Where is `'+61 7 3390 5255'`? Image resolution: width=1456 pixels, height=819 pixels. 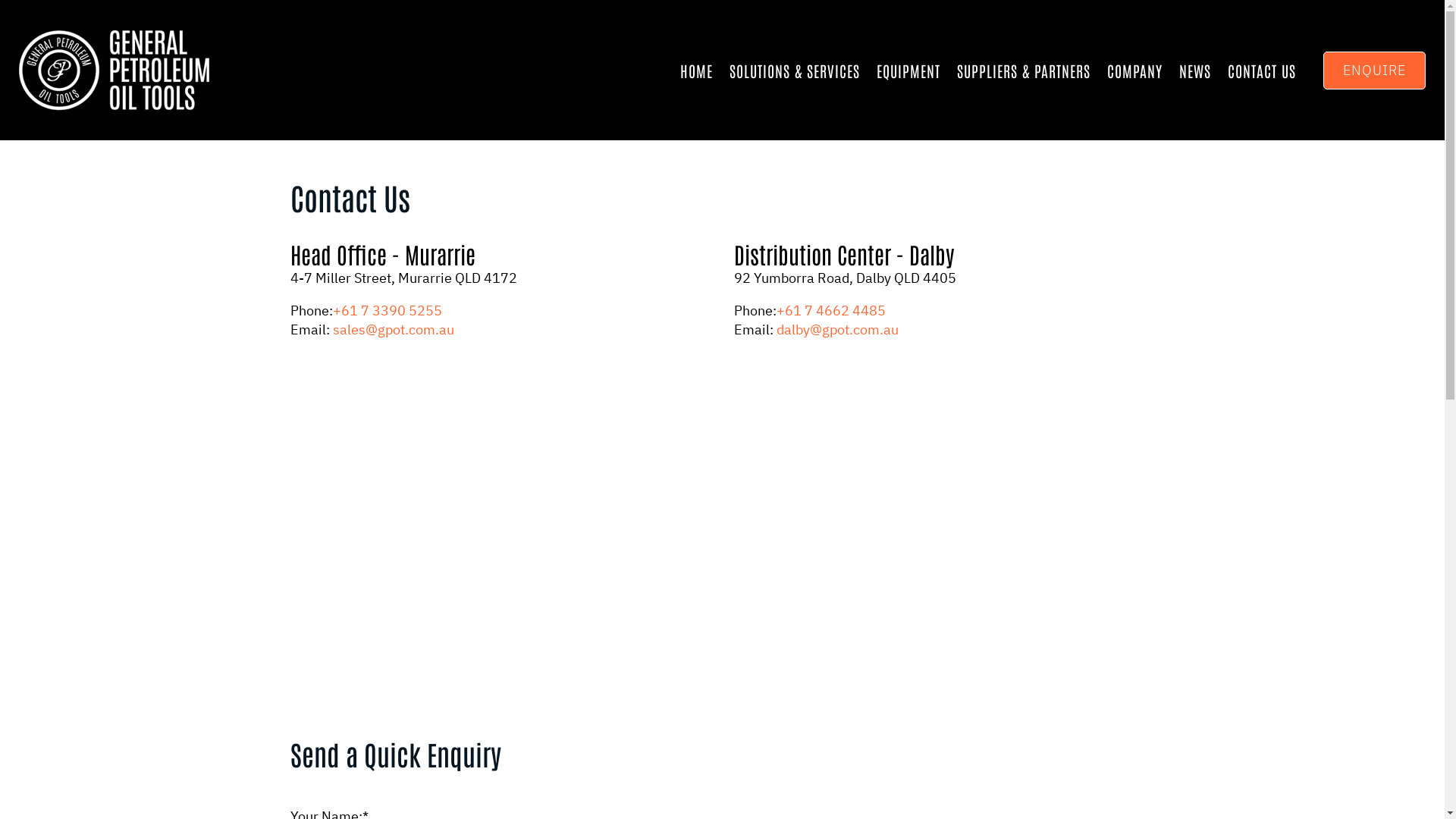
'+61 7 3390 5255' is located at coordinates (386, 309).